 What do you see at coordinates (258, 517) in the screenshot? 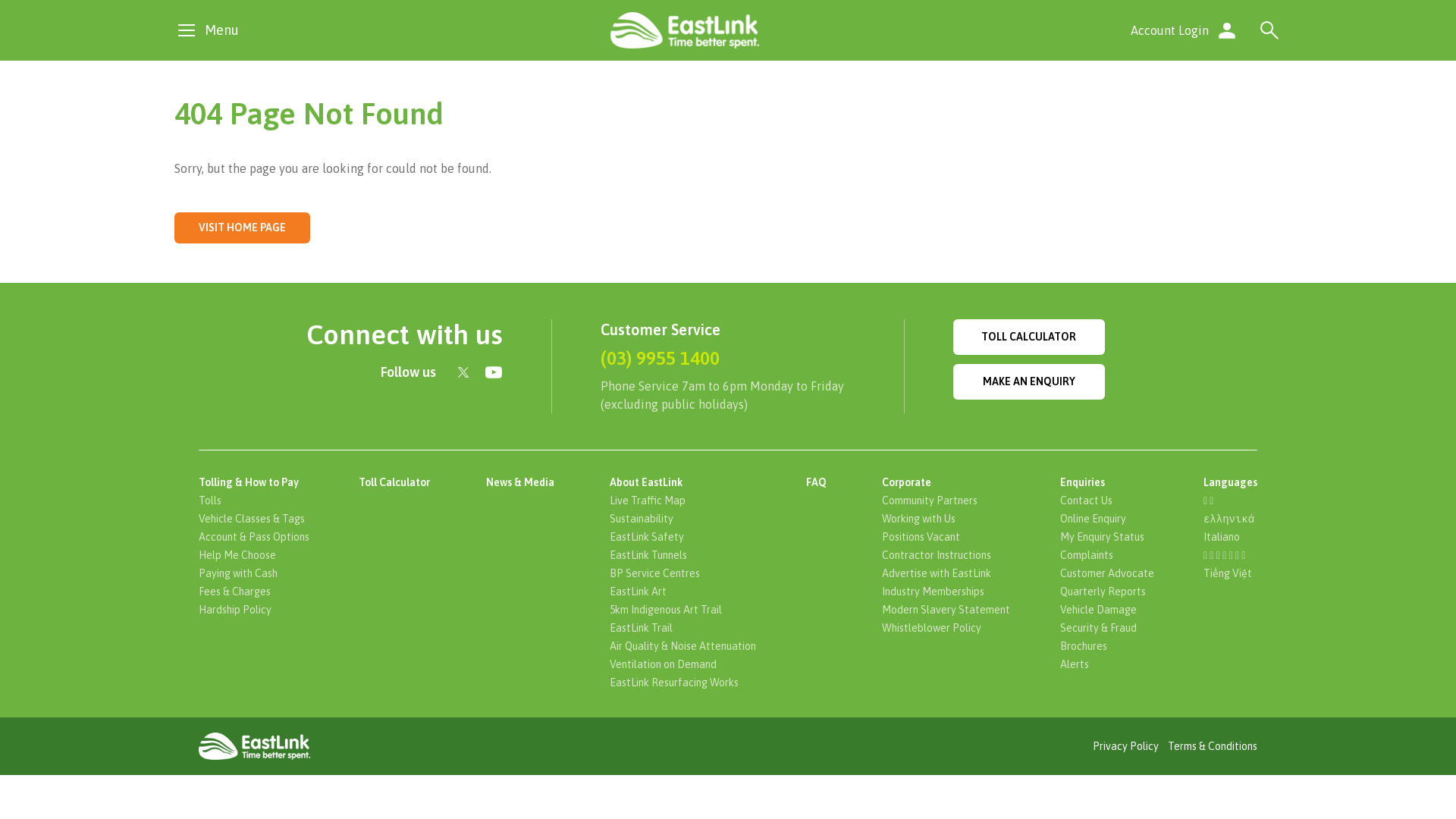
I see `'Vehicle Classes & Tags'` at bounding box center [258, 517].